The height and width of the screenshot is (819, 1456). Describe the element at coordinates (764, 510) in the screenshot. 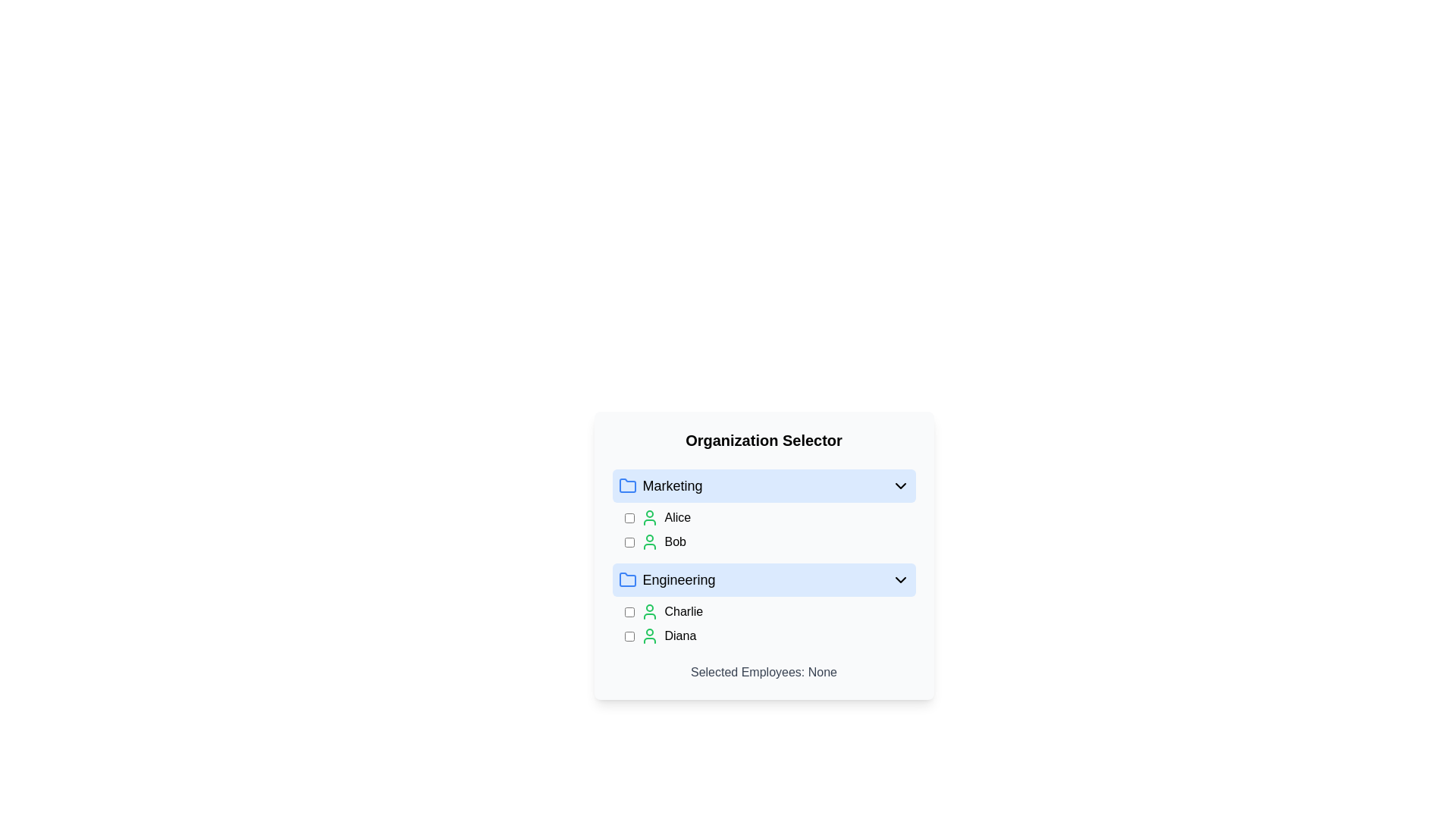

I see `the 'Marketing' section of the organization selector` at that location.